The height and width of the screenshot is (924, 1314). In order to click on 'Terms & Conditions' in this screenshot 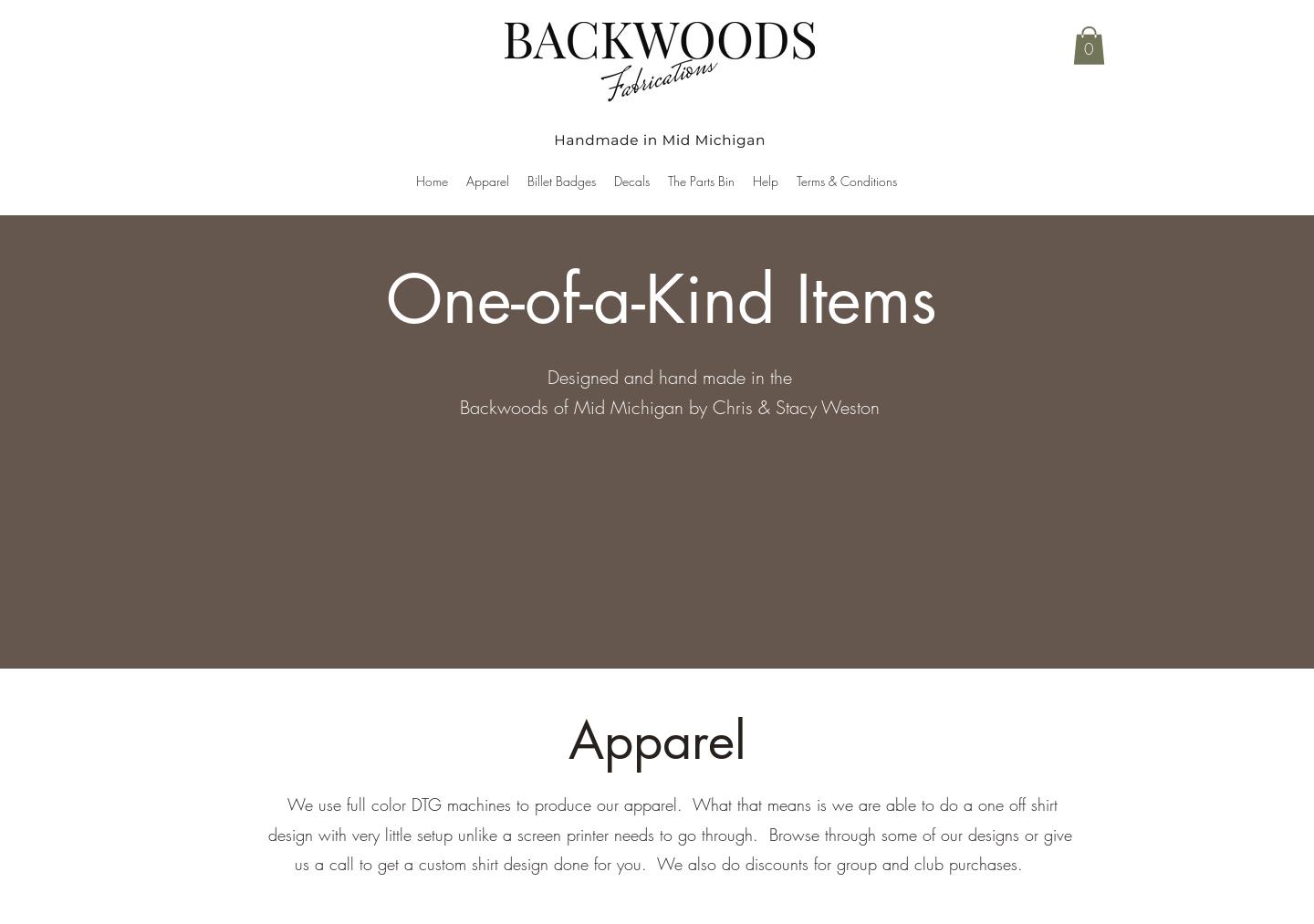, I will do `click(846, 181)`.